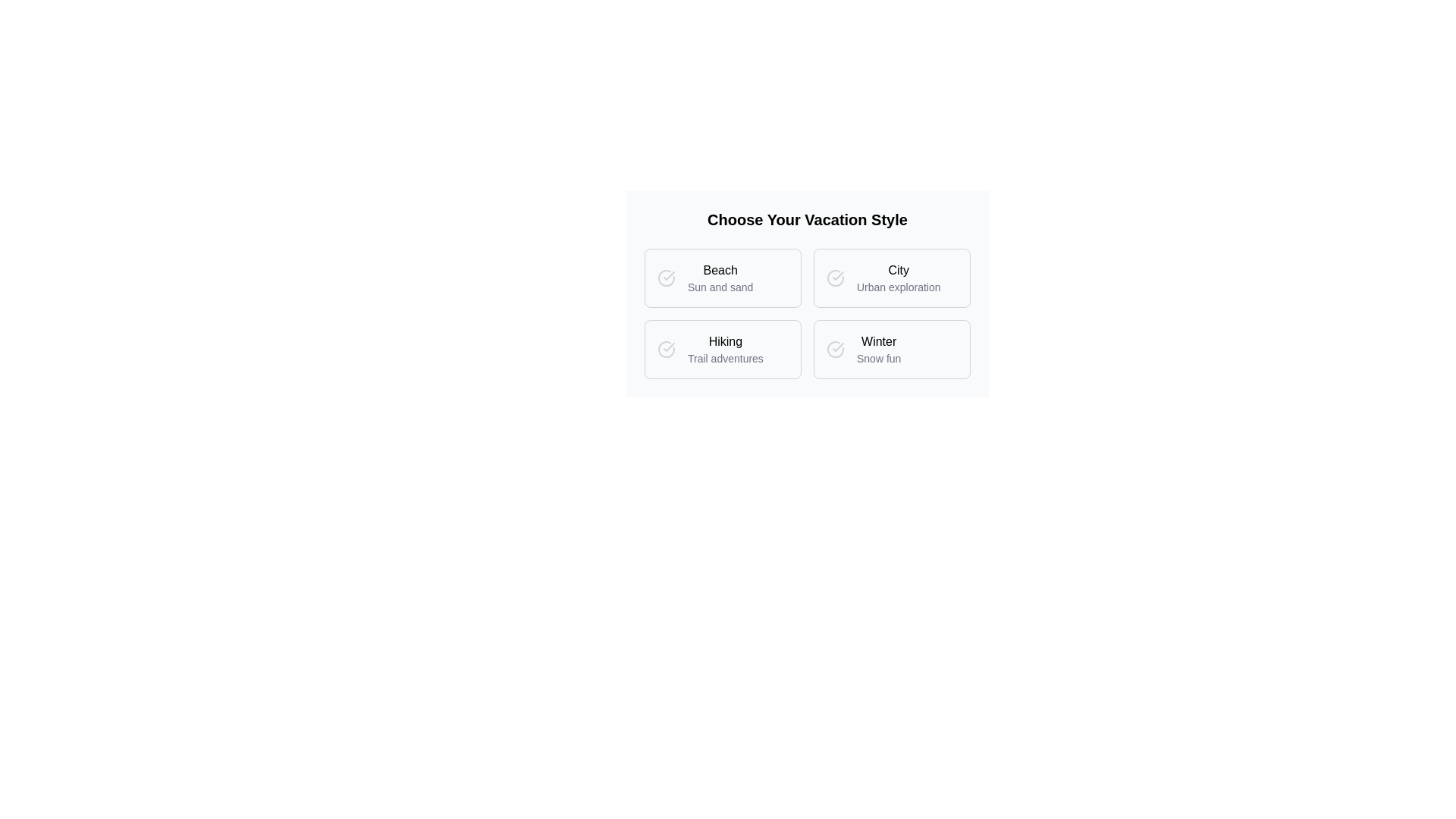 This screenshot has width=1456, height=819. Describe the element at coordinates (835, 350) in the screenshot. I see `the circular gray icon with a checkmark located to the left of the 'Winter' label in the option card` at that location.